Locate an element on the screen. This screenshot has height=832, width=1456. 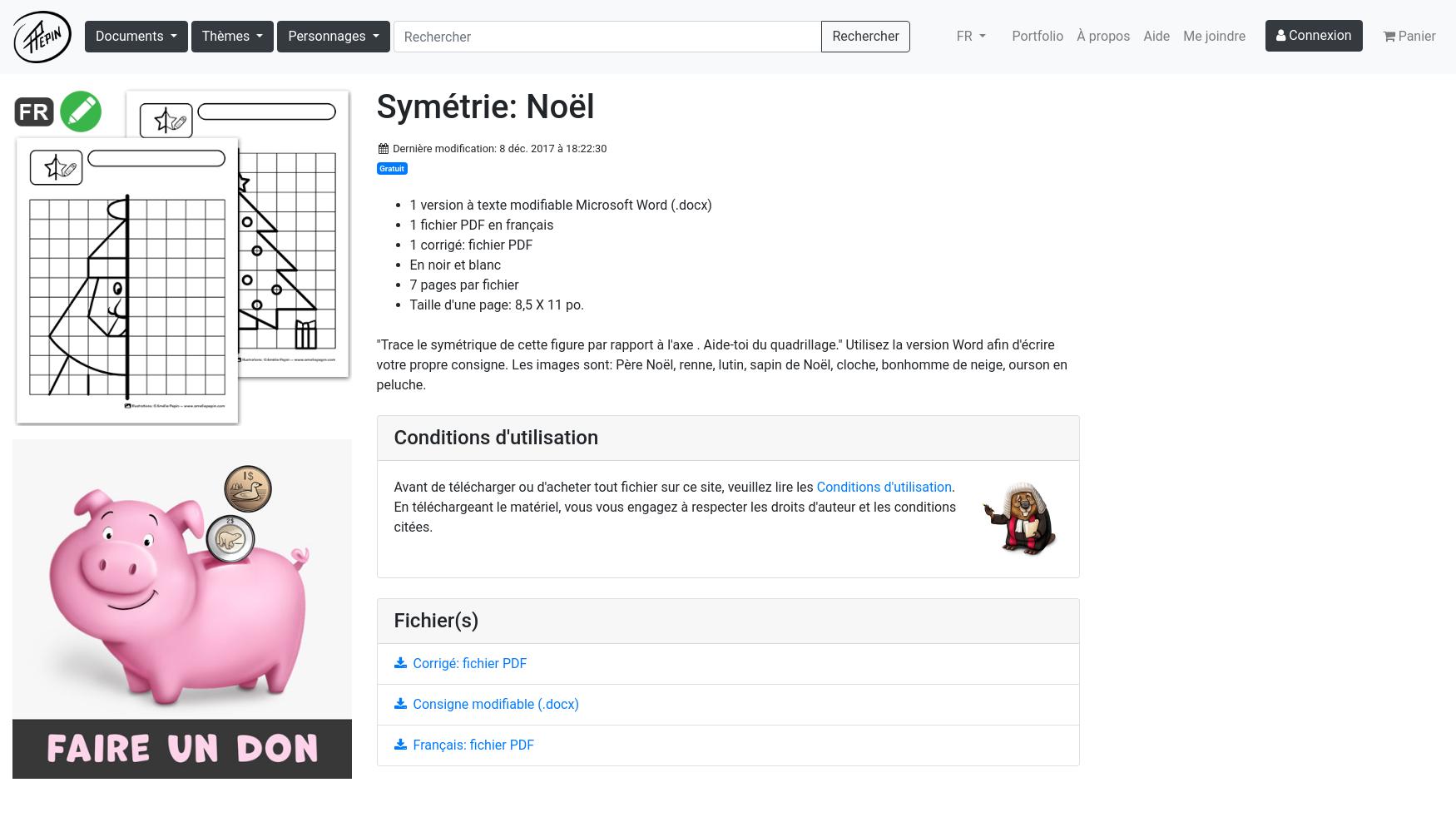
'Panier' is located at coordinates (1416, 36).